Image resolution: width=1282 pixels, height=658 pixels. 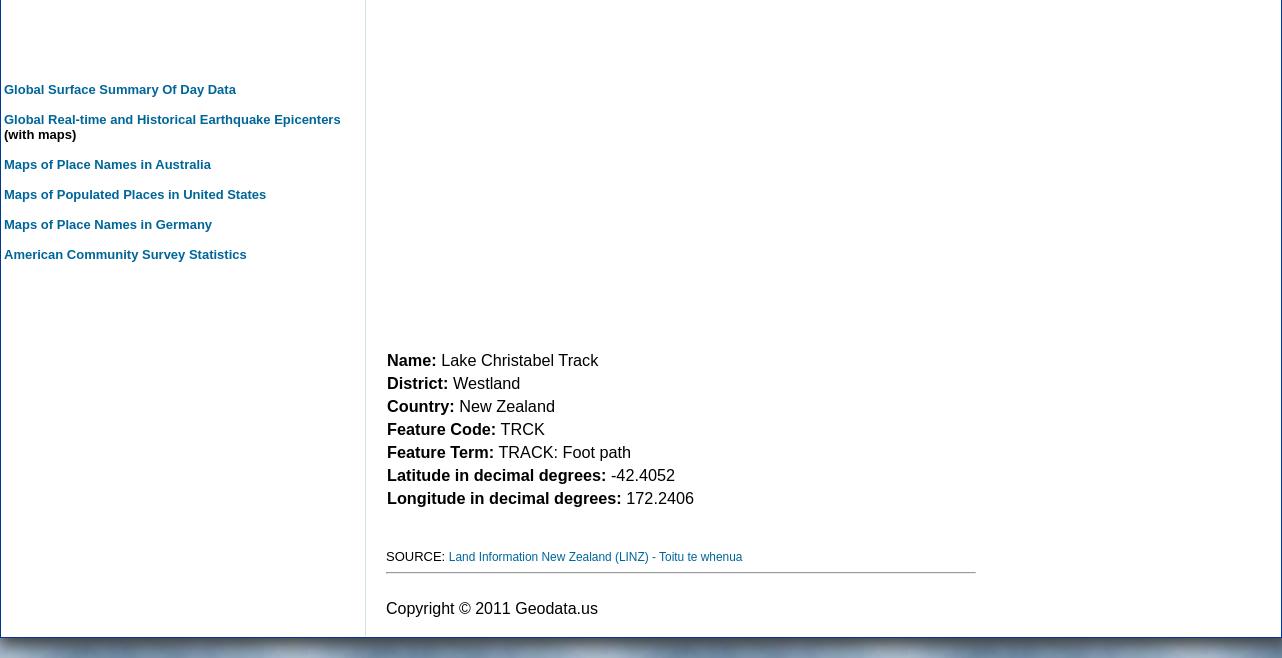 What do you see at coordinates (657, 496) in the screenshot?
I see `'172.2406'` at bounding box center [657, 496].